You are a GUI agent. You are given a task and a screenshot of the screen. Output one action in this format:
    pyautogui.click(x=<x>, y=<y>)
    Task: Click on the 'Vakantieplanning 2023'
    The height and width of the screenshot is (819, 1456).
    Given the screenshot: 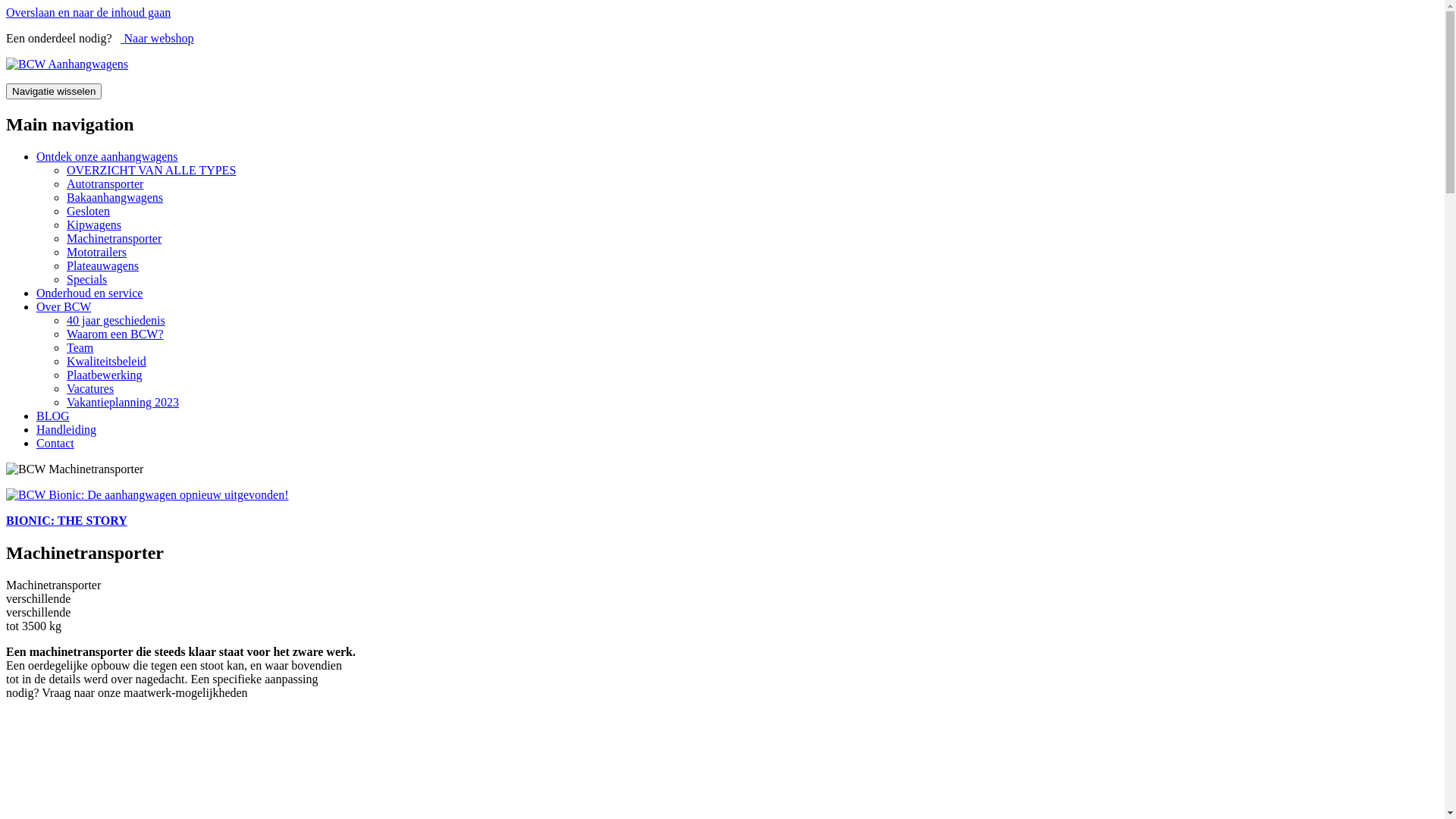 What is the action you would take?
    pyautogui.click(x=123, y=401)
    